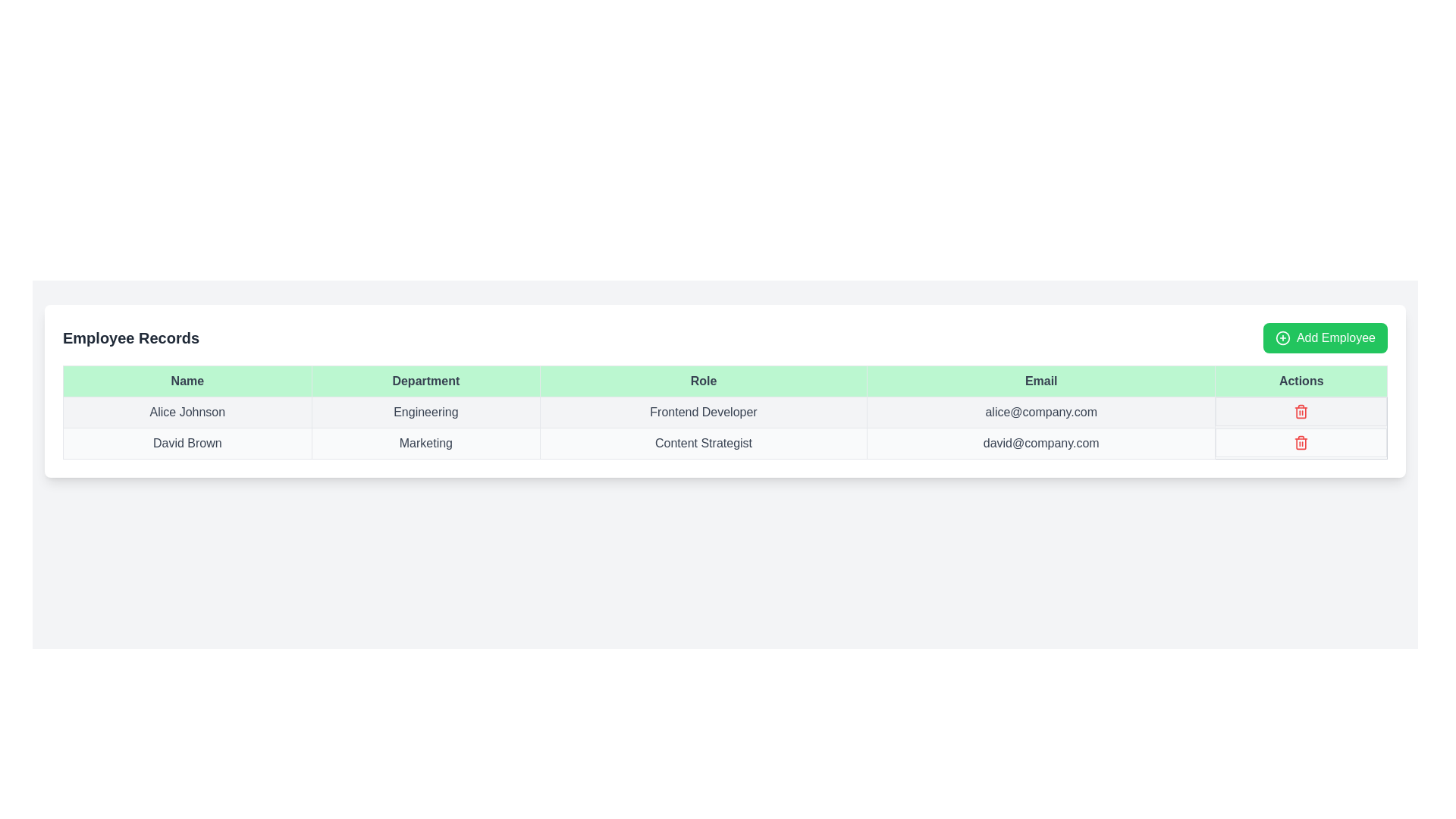  I want to click on the Static text element displaying the job role in the first row of the table, which is located between 'Engineering' and 'alice@company.com', so click(702, 412).